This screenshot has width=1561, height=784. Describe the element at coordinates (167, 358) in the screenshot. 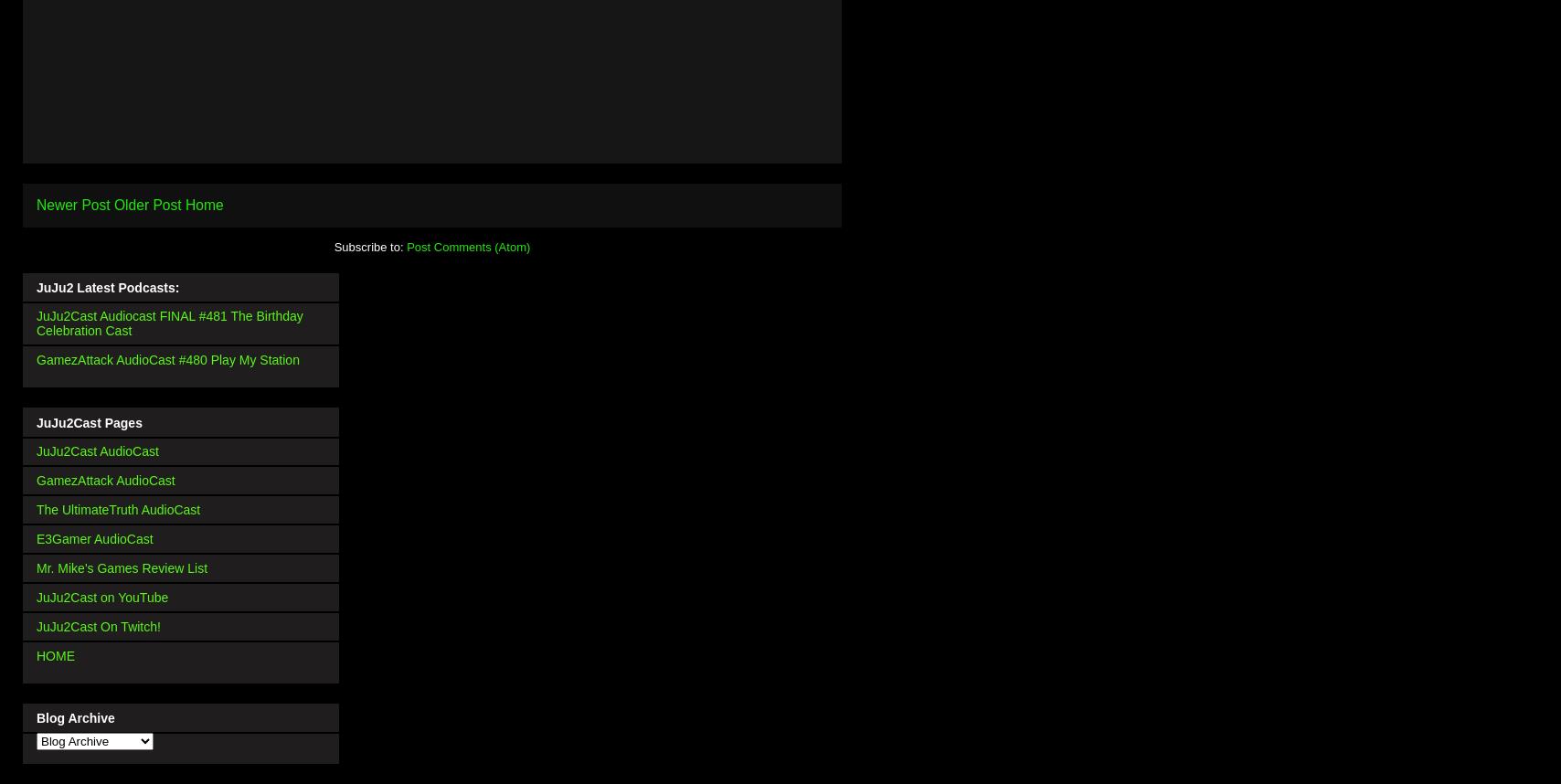

I see `'GamezAttack AudioCast #480 Play My Station'` at that location.